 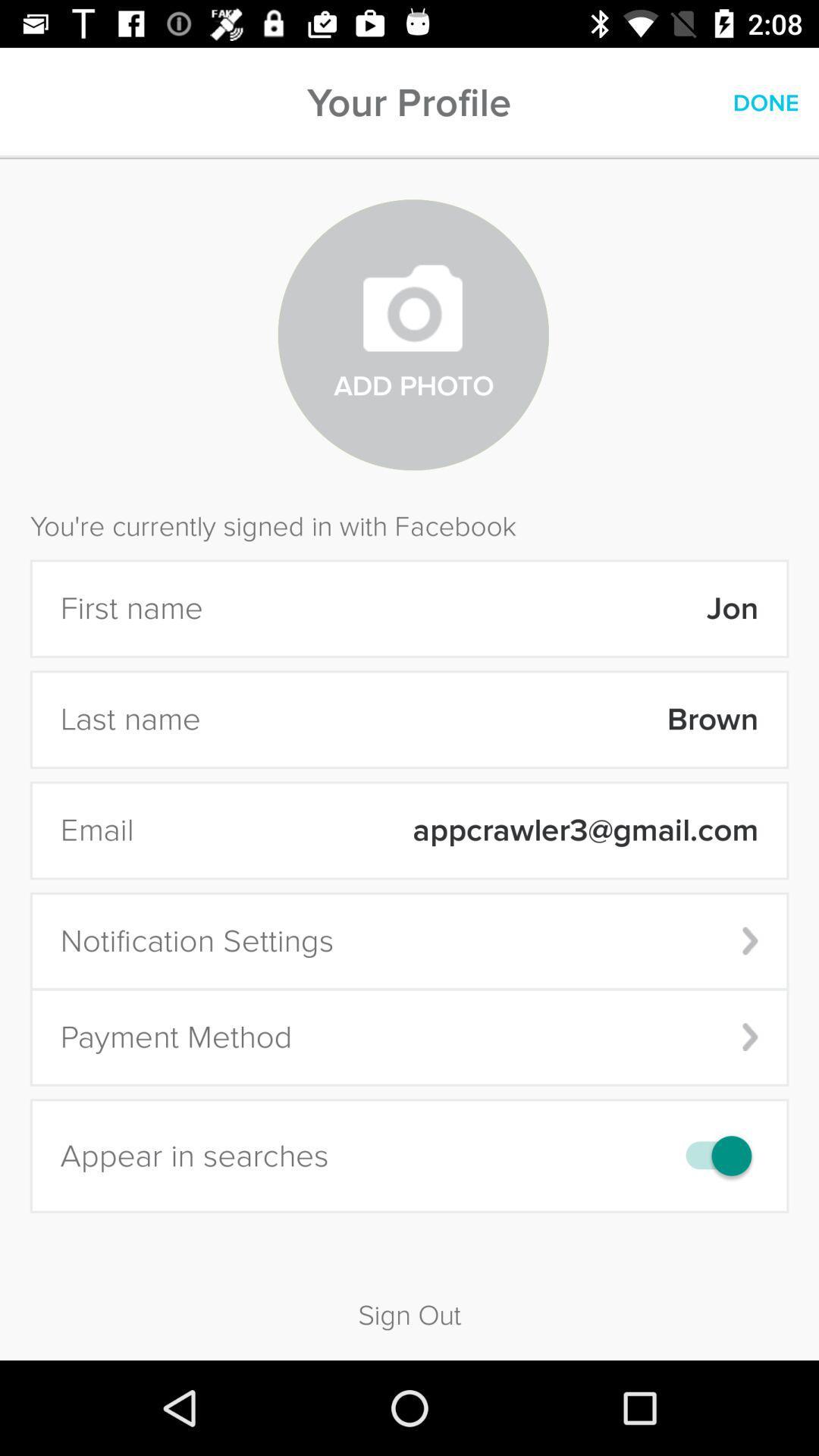 What do you see at coordinates (491, 608) in the screenshot?
I see `the icon below the you re currently icon` at bounding box center [491, 608].